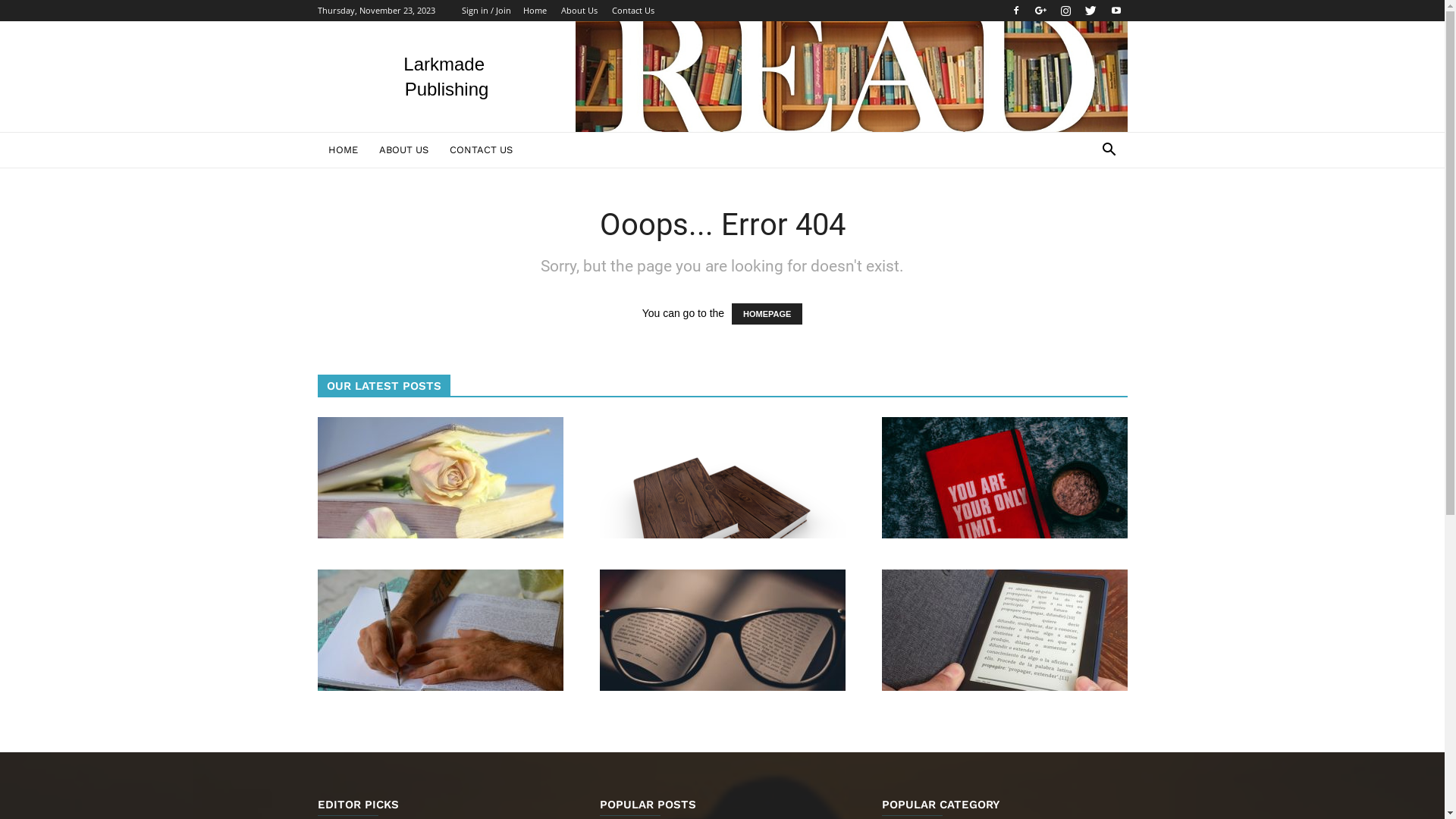 This screenshot has width=1456, height=819. Describe the element at coordinates (403, 149) in the screenshot. I see `'ABOUT US'` at that location.